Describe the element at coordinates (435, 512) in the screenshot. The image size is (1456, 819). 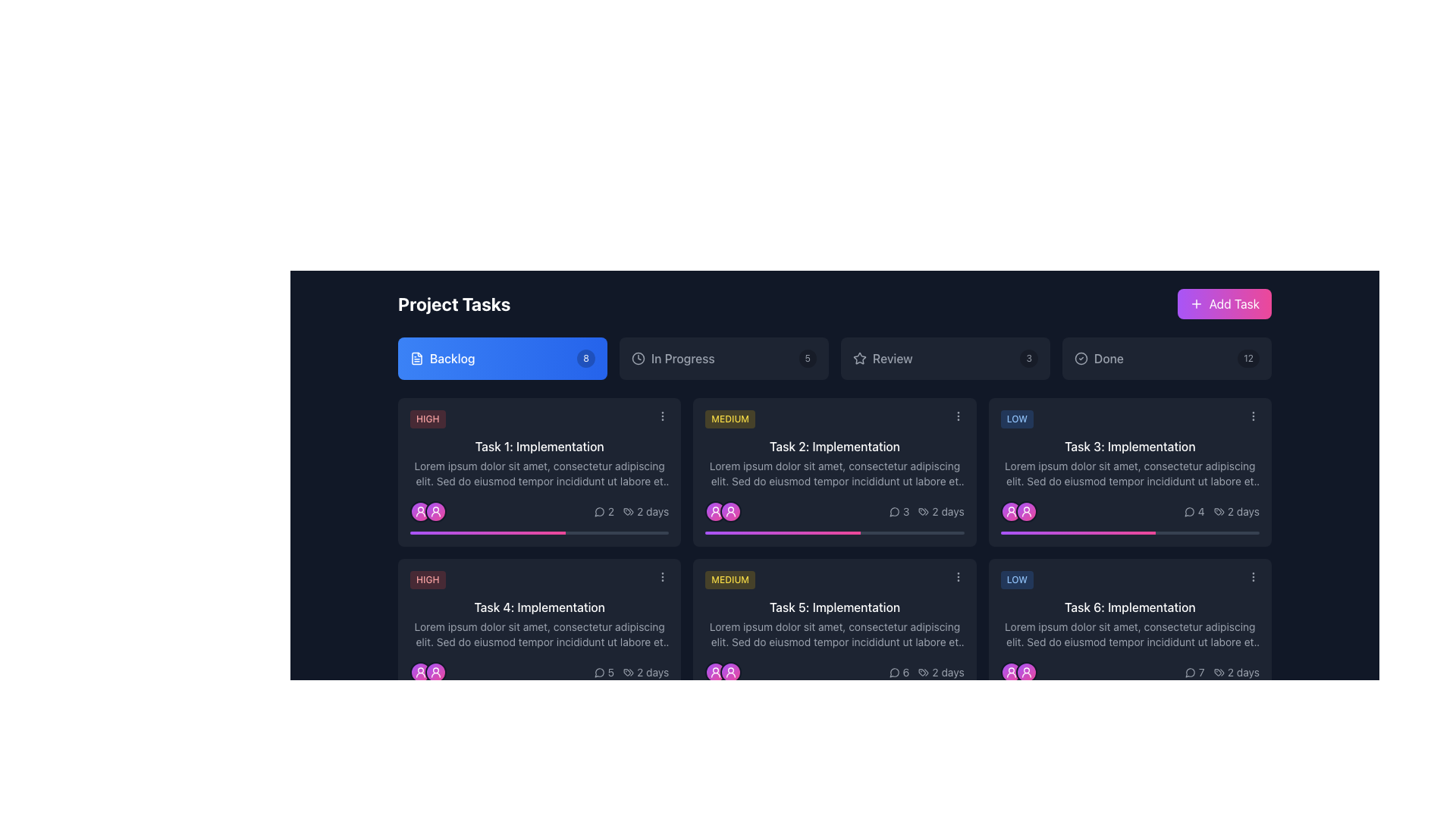
I see `the user associated with the user icon, which is a circular graphic with a gradient background from purple to pink, featuring a white minimalist outline of a person. This icon is located in the first column of the grid-style task board under the 'Backlog' section` at that location.